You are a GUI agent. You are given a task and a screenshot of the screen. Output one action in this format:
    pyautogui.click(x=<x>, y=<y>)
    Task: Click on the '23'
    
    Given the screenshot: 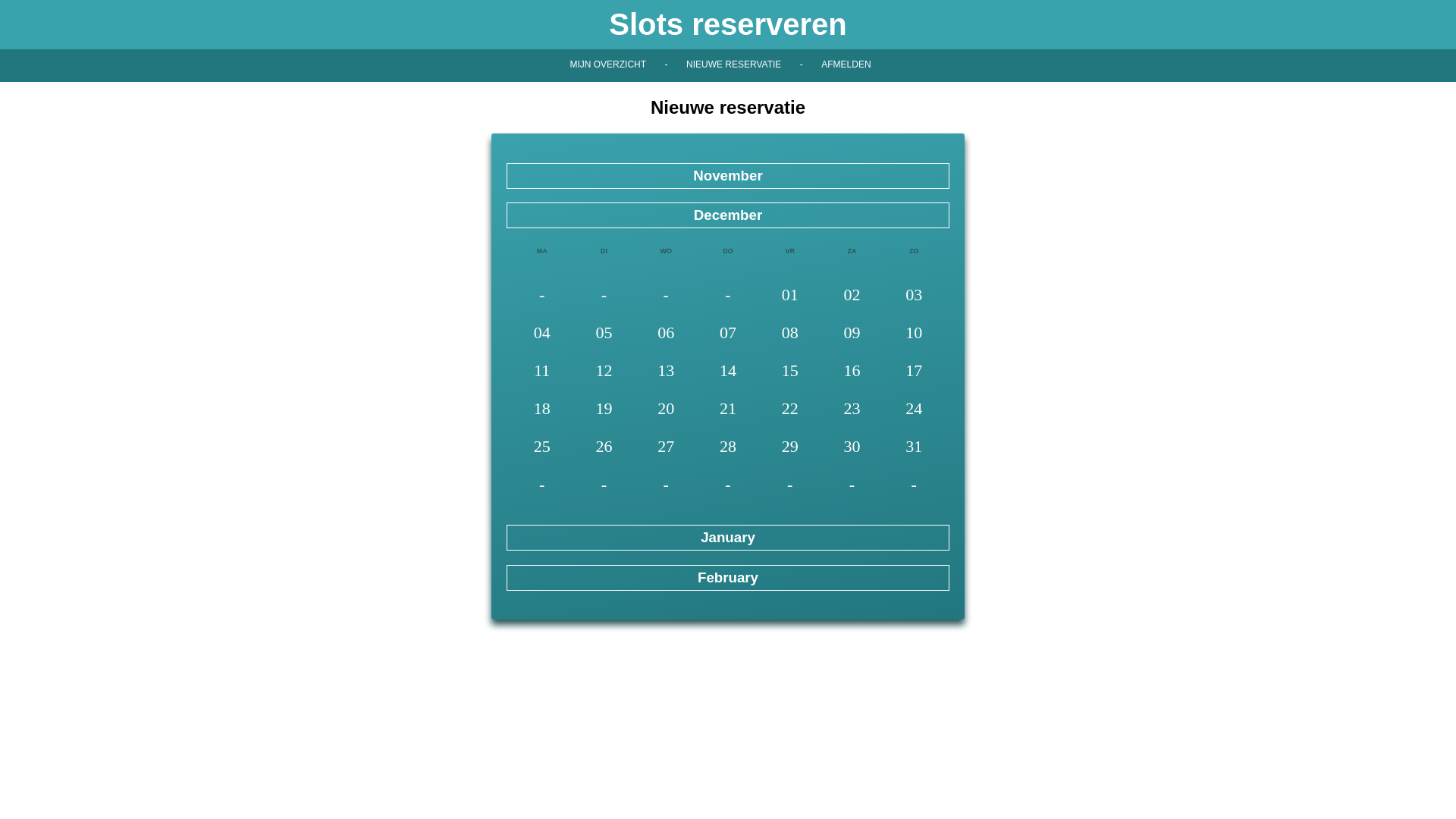 What is the action you would take?
    pyautogui.click(x=852, y=409)
    